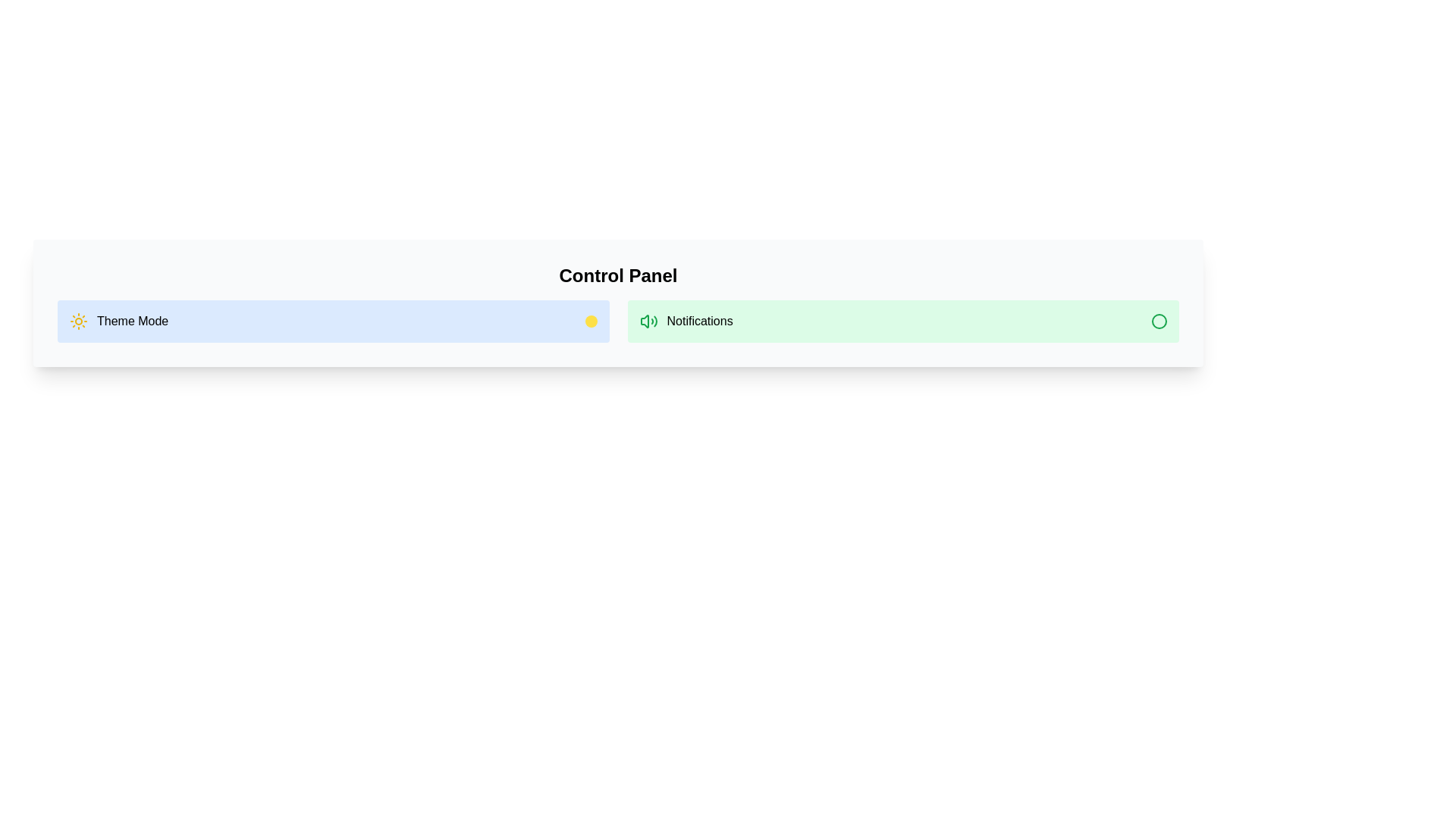  Describe the element at coordinates (133, 321) in the screenshot. I see `the 'Theme Mode' label, which is located within a light blue rectangular section, positioned to the left of a sun icon` at that location.